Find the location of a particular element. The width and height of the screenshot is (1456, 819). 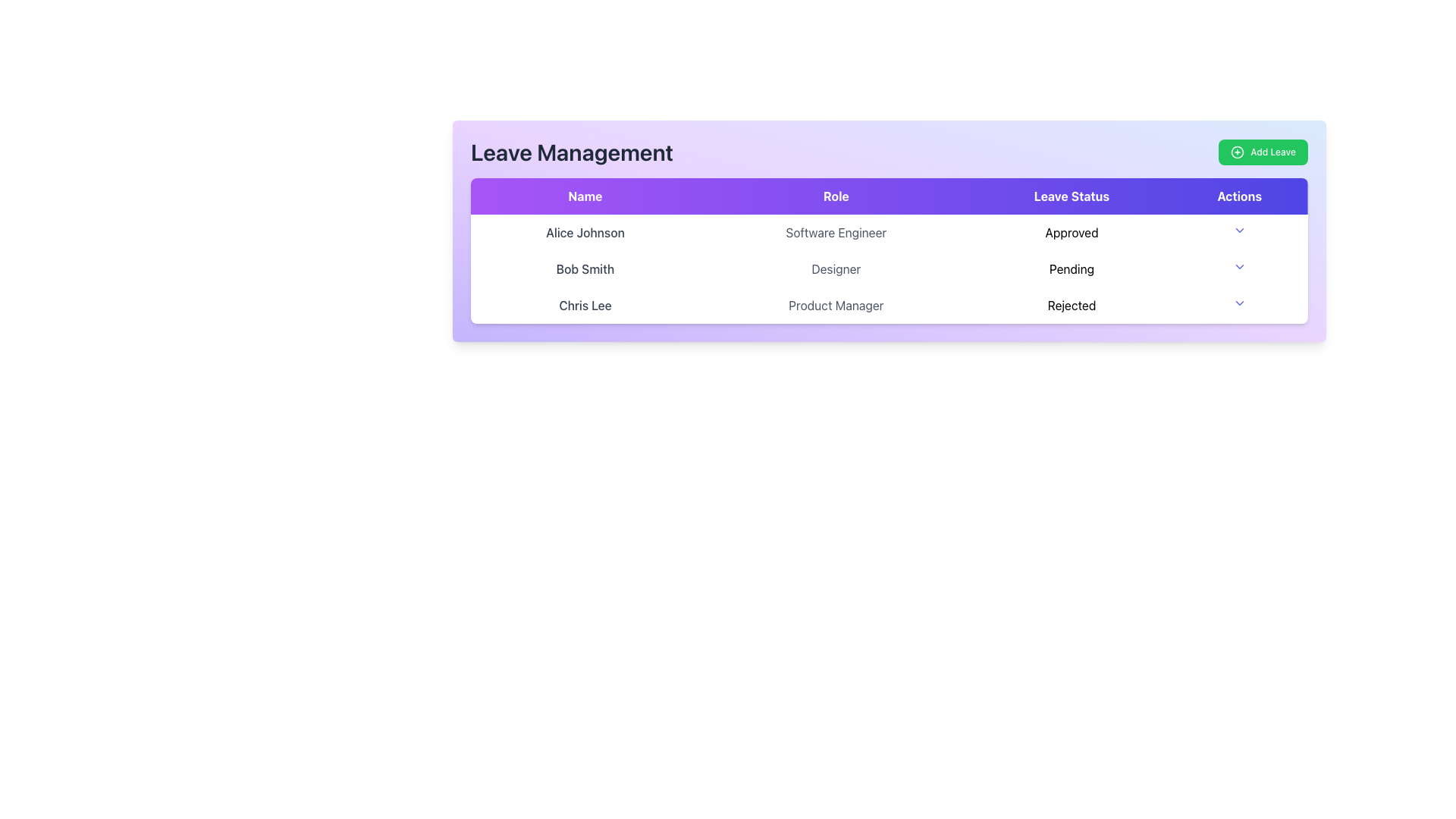

the dropdown toggle button located in the far-right column of the row labeled Bob Smith and Designer in the Leave Management table to indicate interactivity is located at coordinates (1239, 268).